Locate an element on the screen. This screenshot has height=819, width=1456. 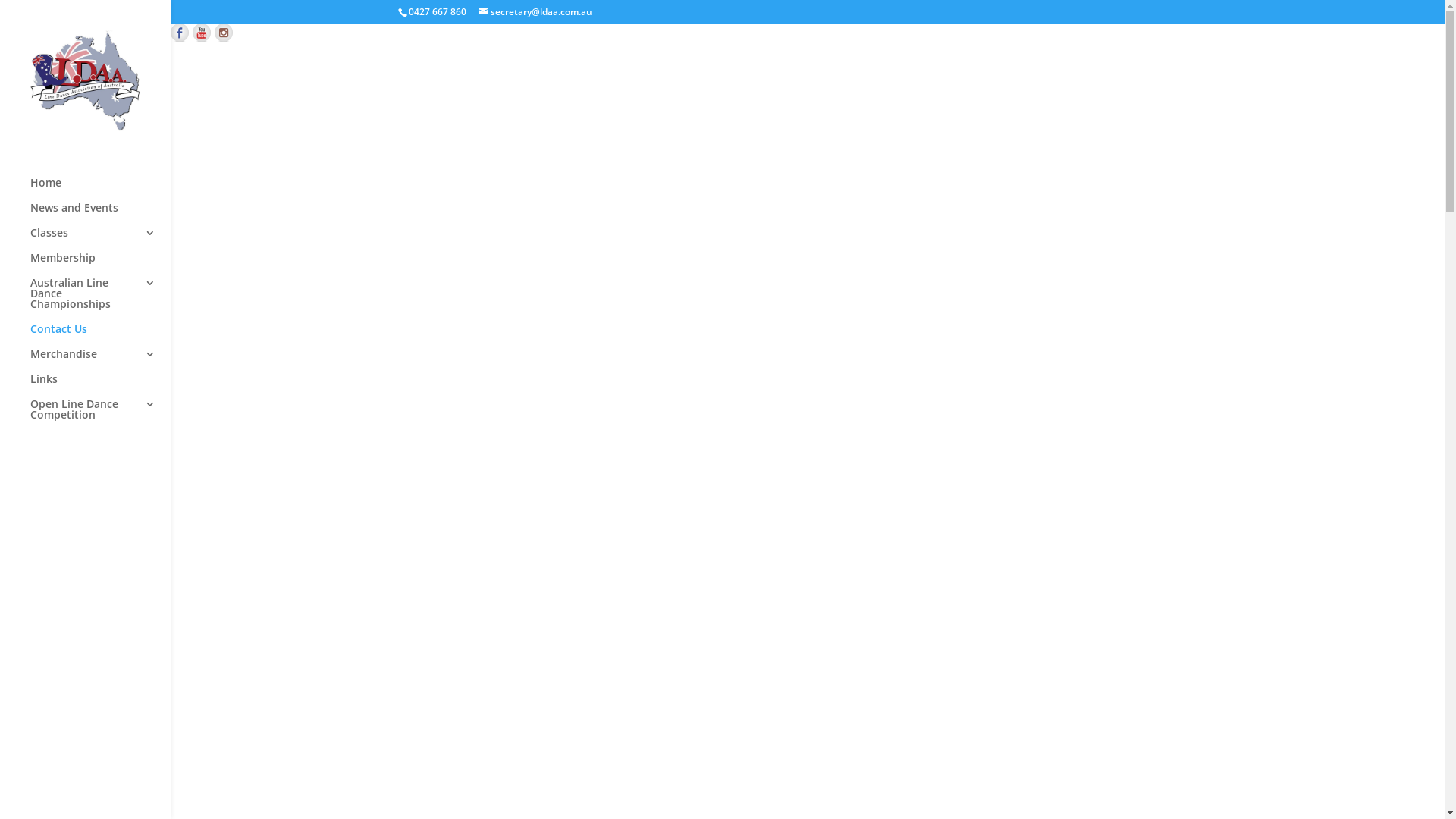
'Open Line Dance Competition' is located at coordinates (99, 416).